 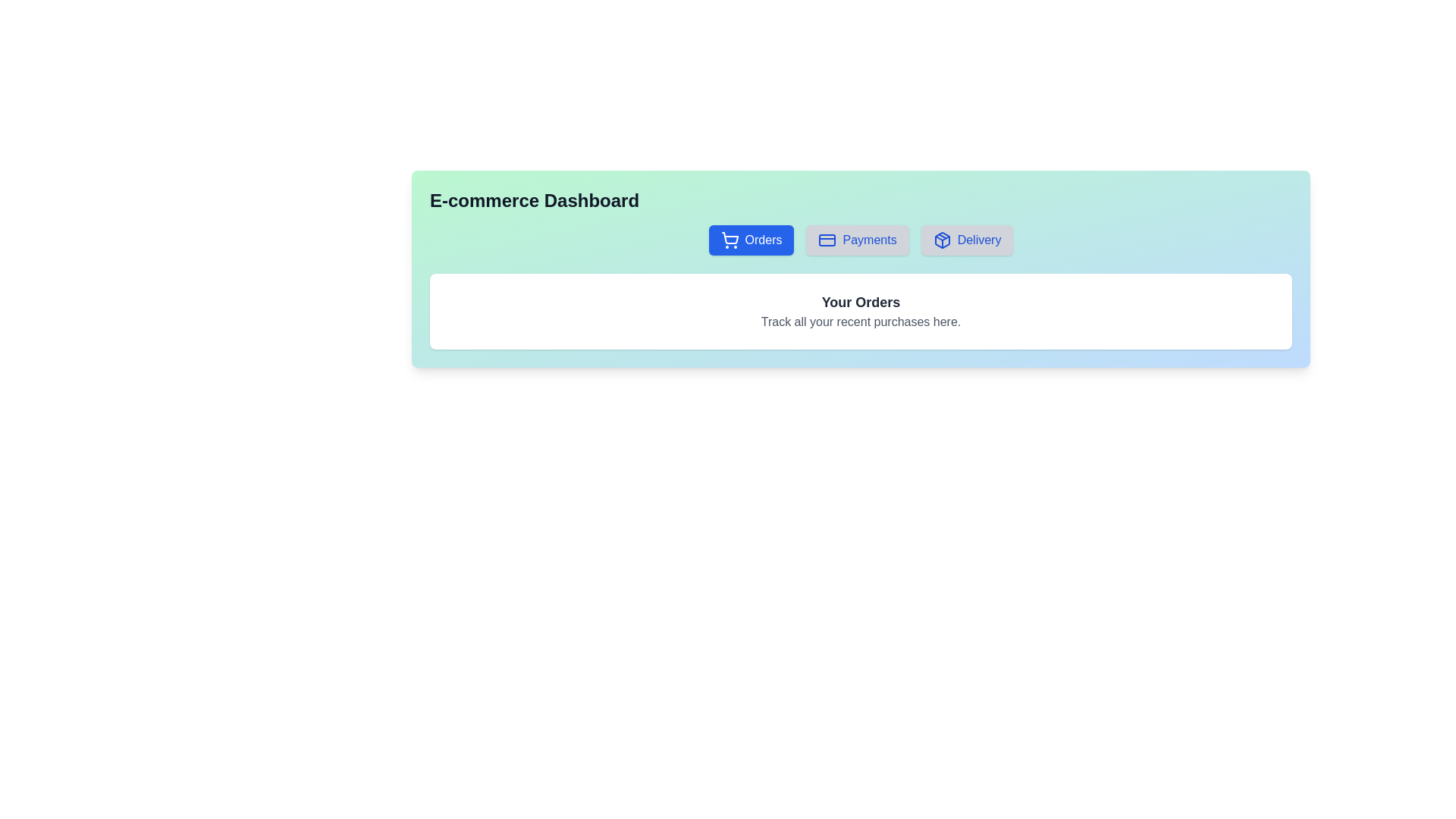 I want to click on the blue outlined 3D box icon representing the 'Delivery' option, so click(x=941, y=239).